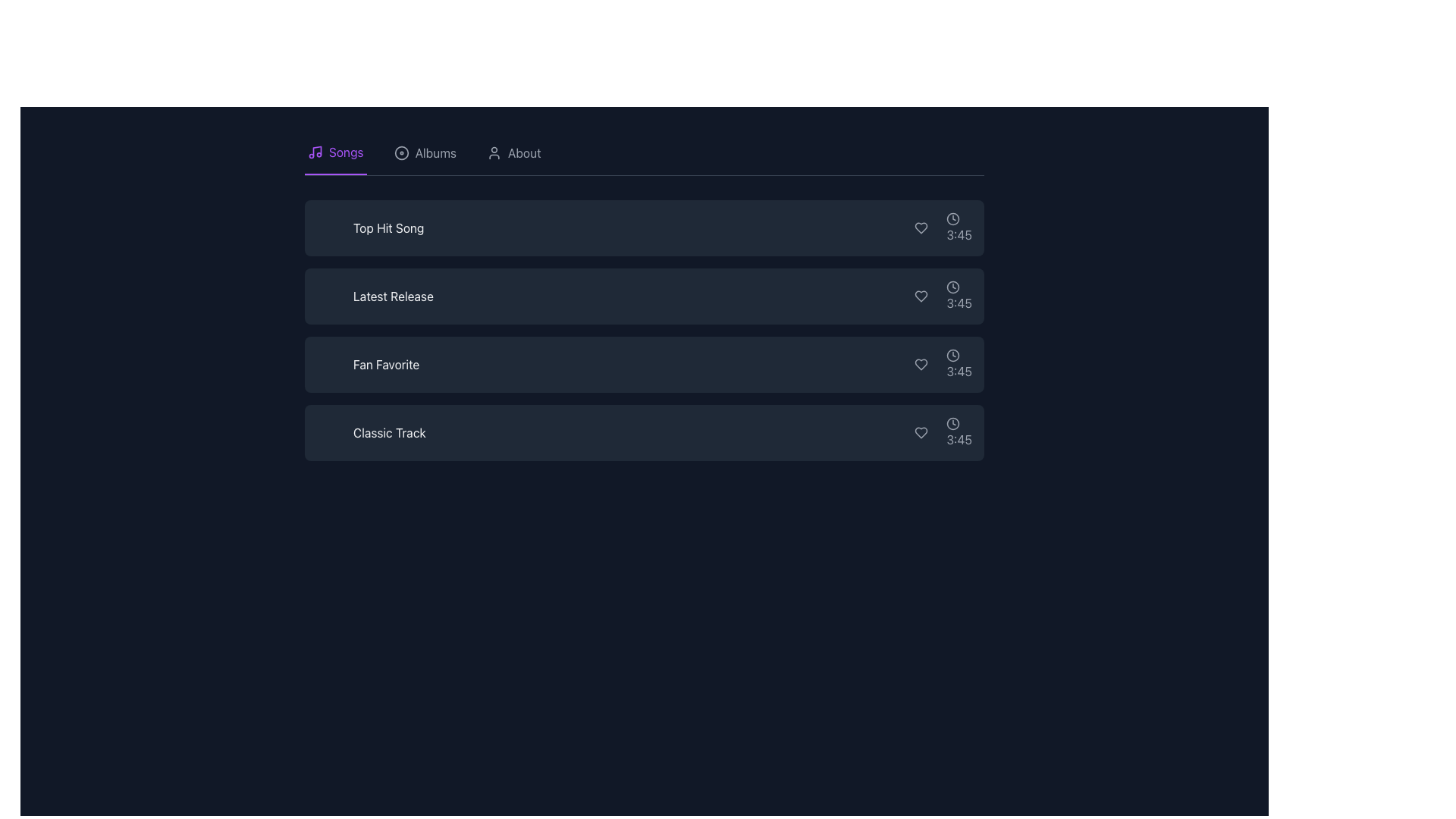  What do you see at coordinates (952, 287) in the screenshot?
I see `the circular outline of the clock face icon located to the right of the 'Latest Release' song entry adjacent to the time label '3:45'` at bounding box center [952, 287].